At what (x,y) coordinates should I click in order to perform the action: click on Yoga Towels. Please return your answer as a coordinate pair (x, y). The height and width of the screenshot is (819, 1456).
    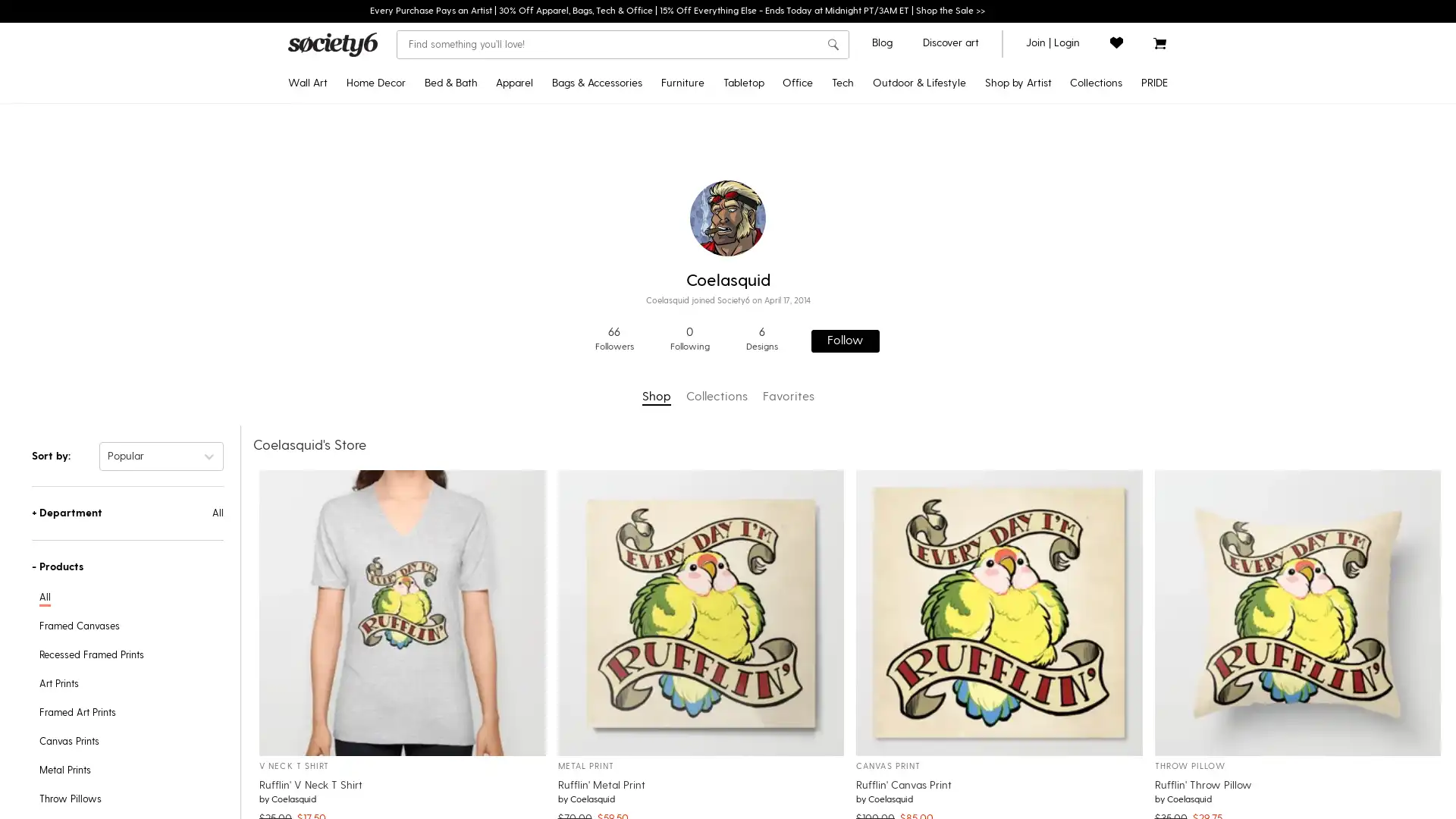
    Looking at the image, I should click on (939, 171).